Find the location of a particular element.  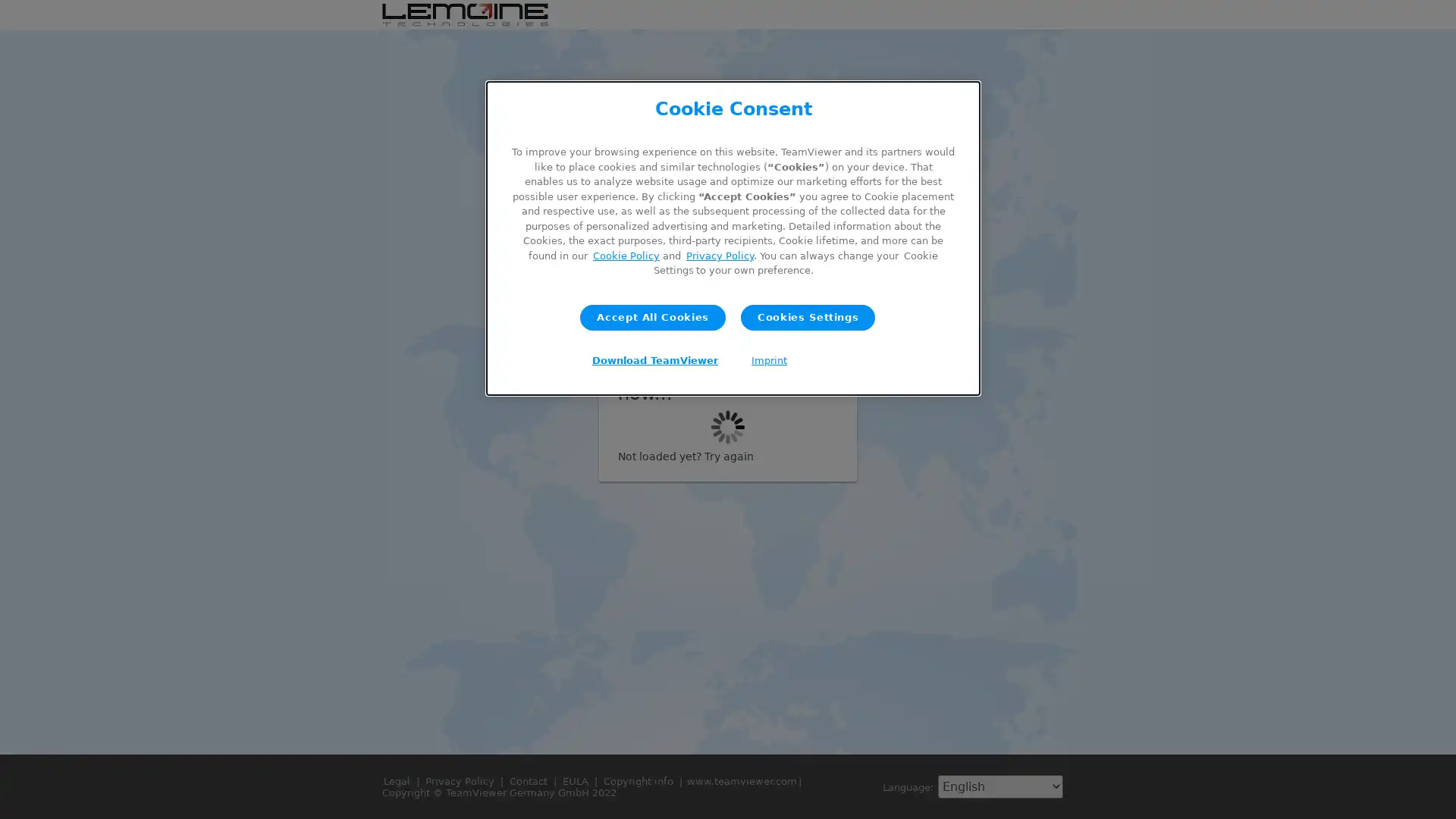

Cookies Settings is located at coordinates (807, 315).